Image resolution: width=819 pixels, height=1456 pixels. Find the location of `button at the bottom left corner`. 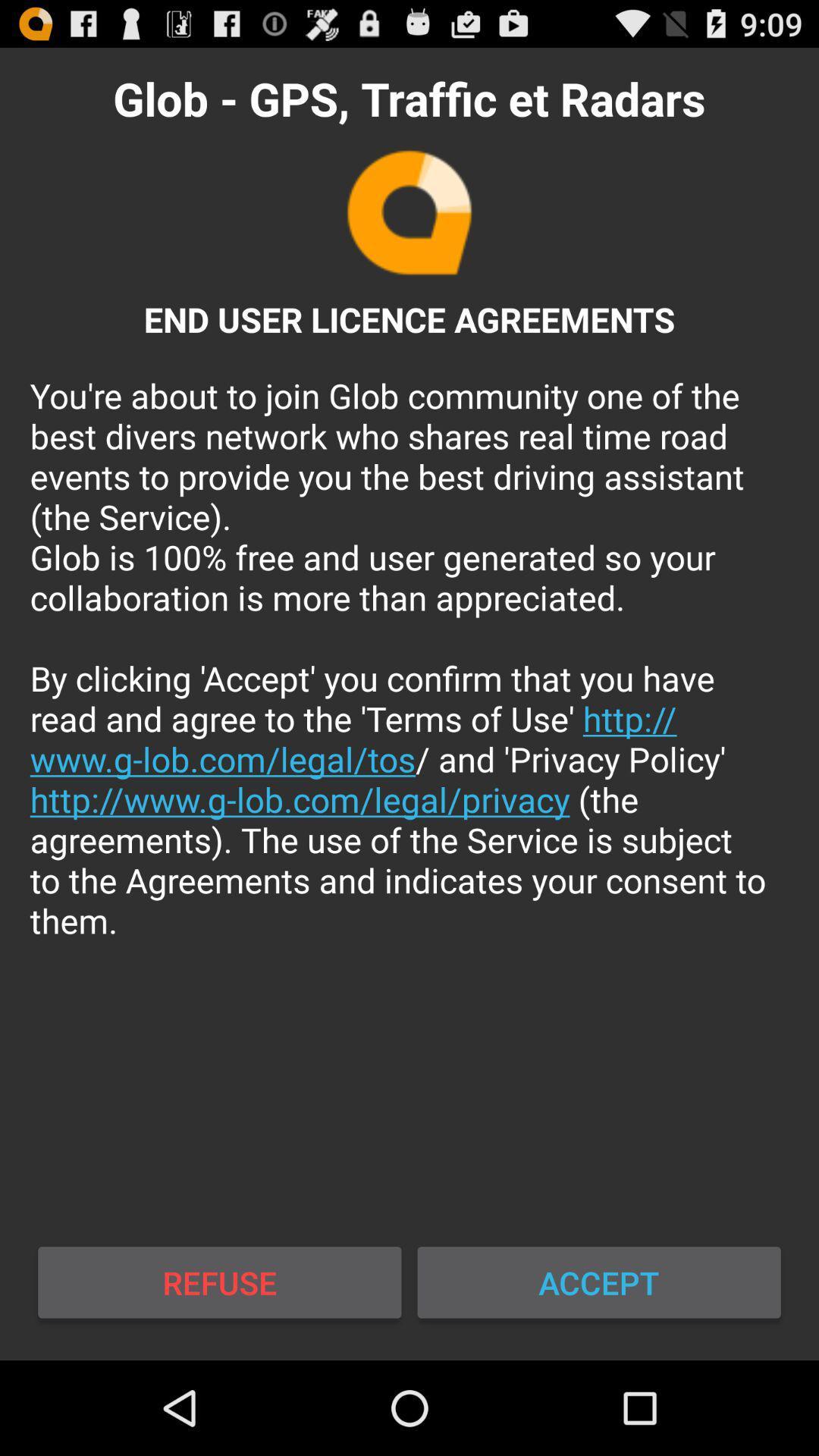

button at the bottom left corner is located at coordinates (219, 1282).